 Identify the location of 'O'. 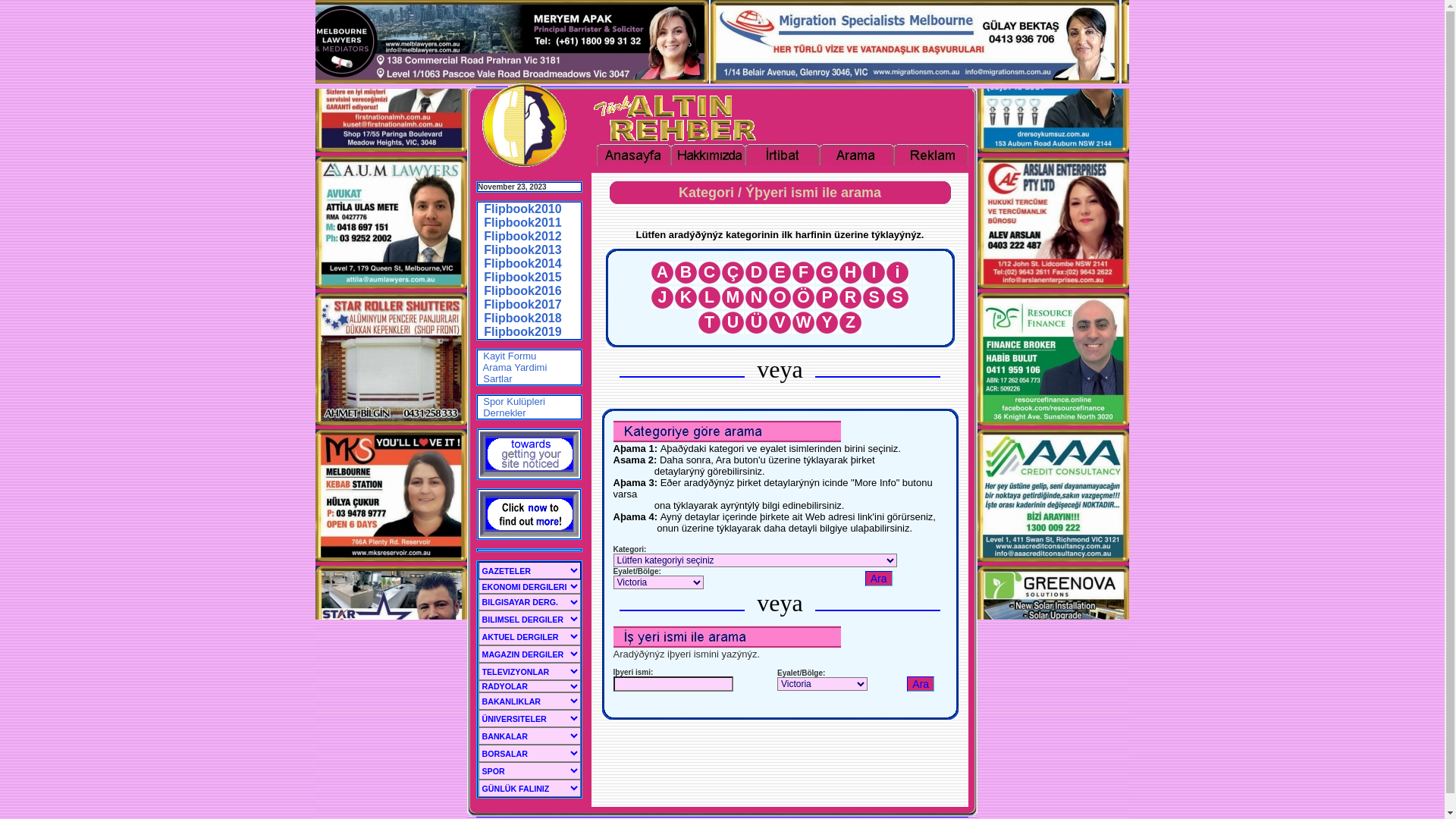
(780, 300).